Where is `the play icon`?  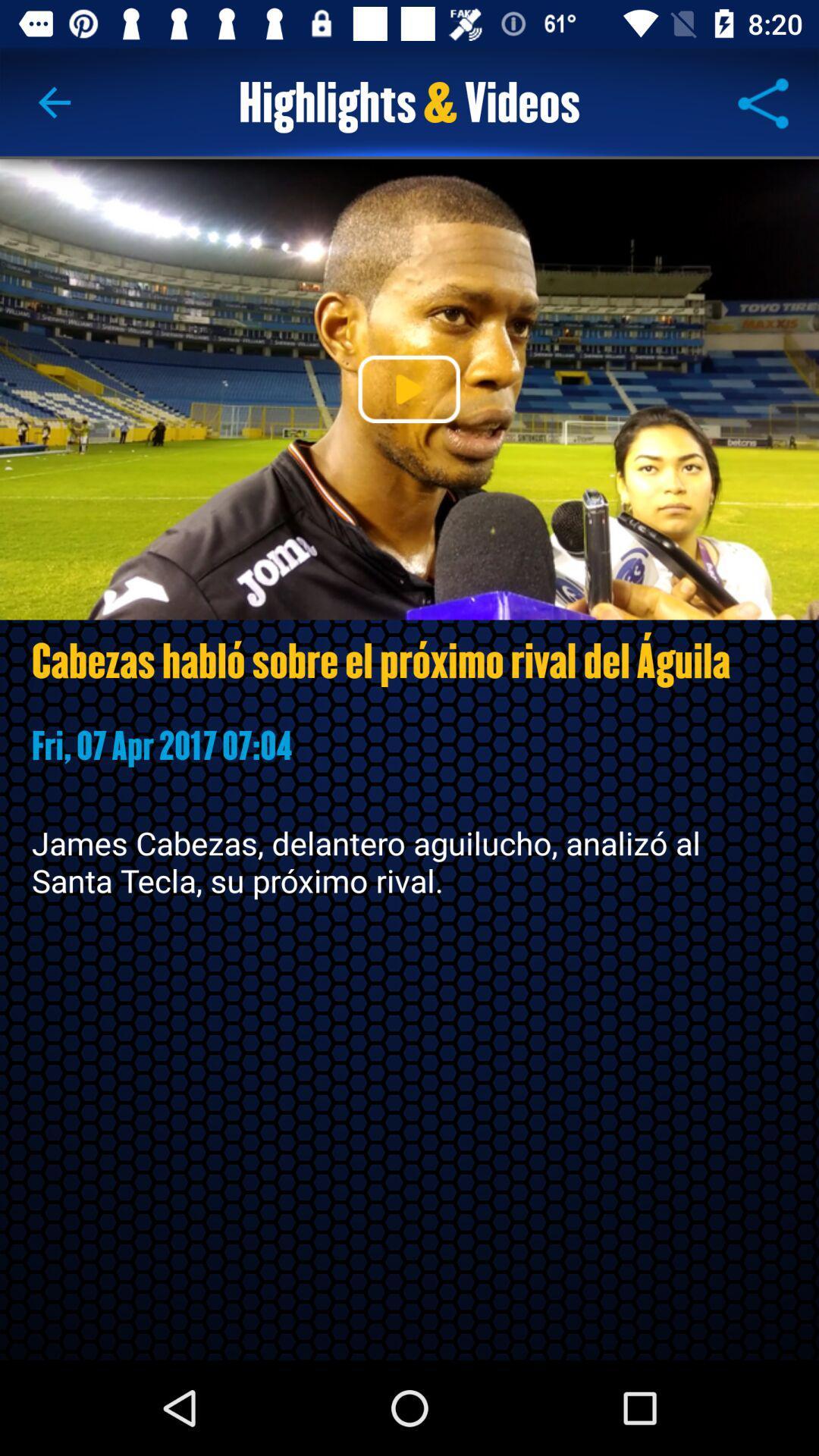
the play icon is located at coordinates (408, 389).